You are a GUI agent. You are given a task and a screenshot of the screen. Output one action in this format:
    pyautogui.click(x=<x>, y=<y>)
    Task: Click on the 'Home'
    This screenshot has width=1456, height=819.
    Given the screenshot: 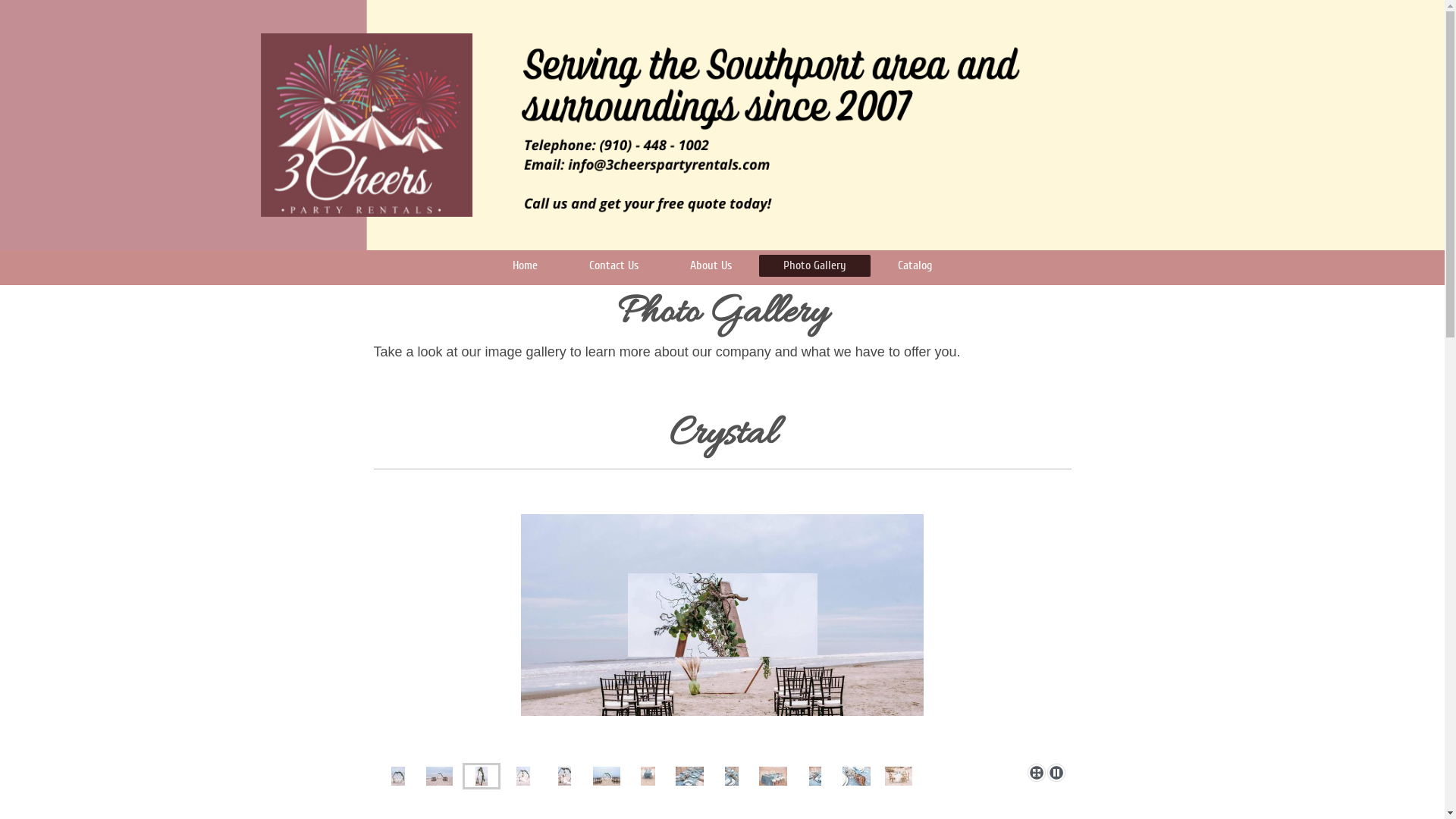 What is the action you would take?
    pyautogui.click(x=525, y=265)
    